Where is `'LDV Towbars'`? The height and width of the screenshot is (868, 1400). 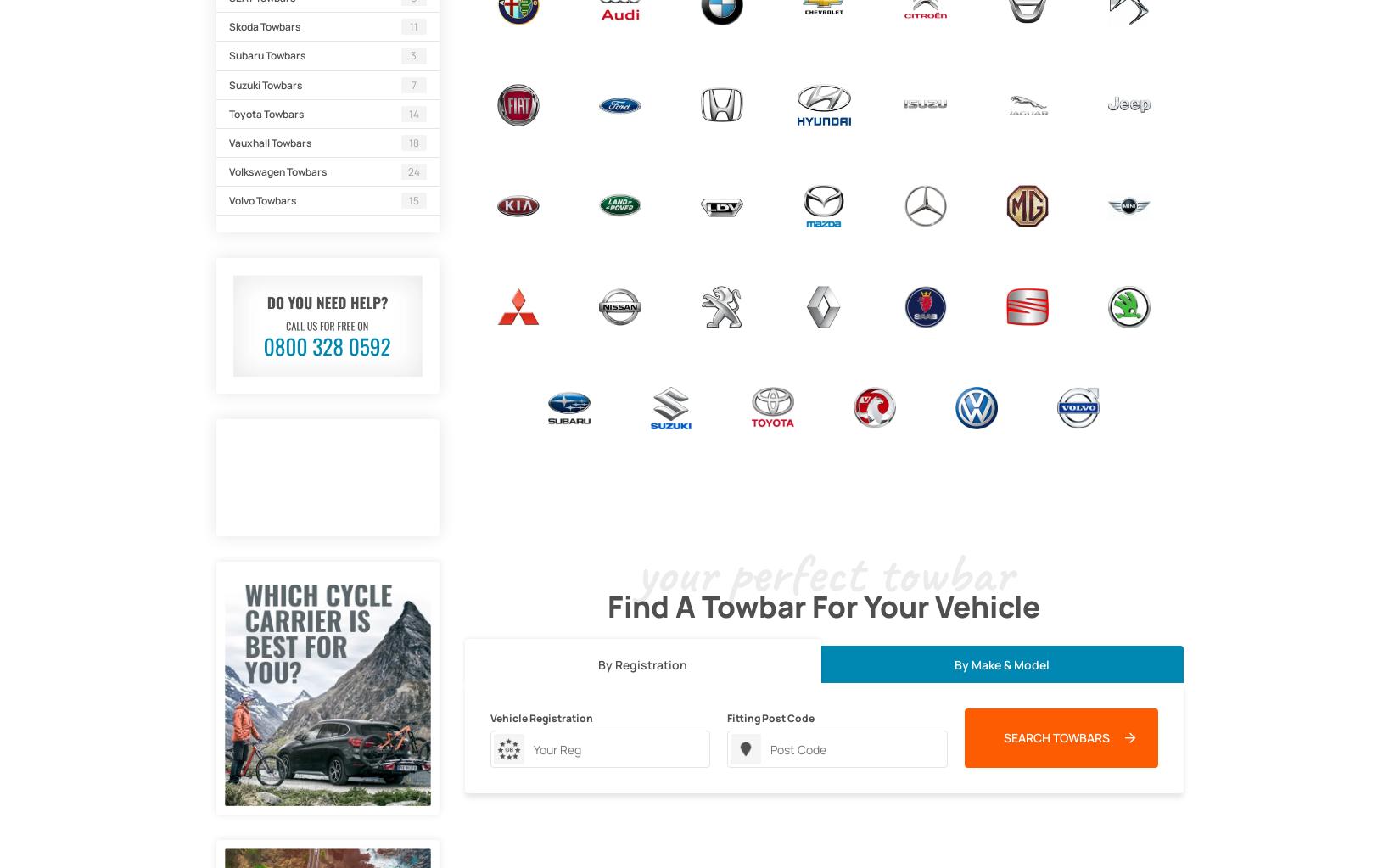
'LDV Towbars' is located at coordinates (693, 237).